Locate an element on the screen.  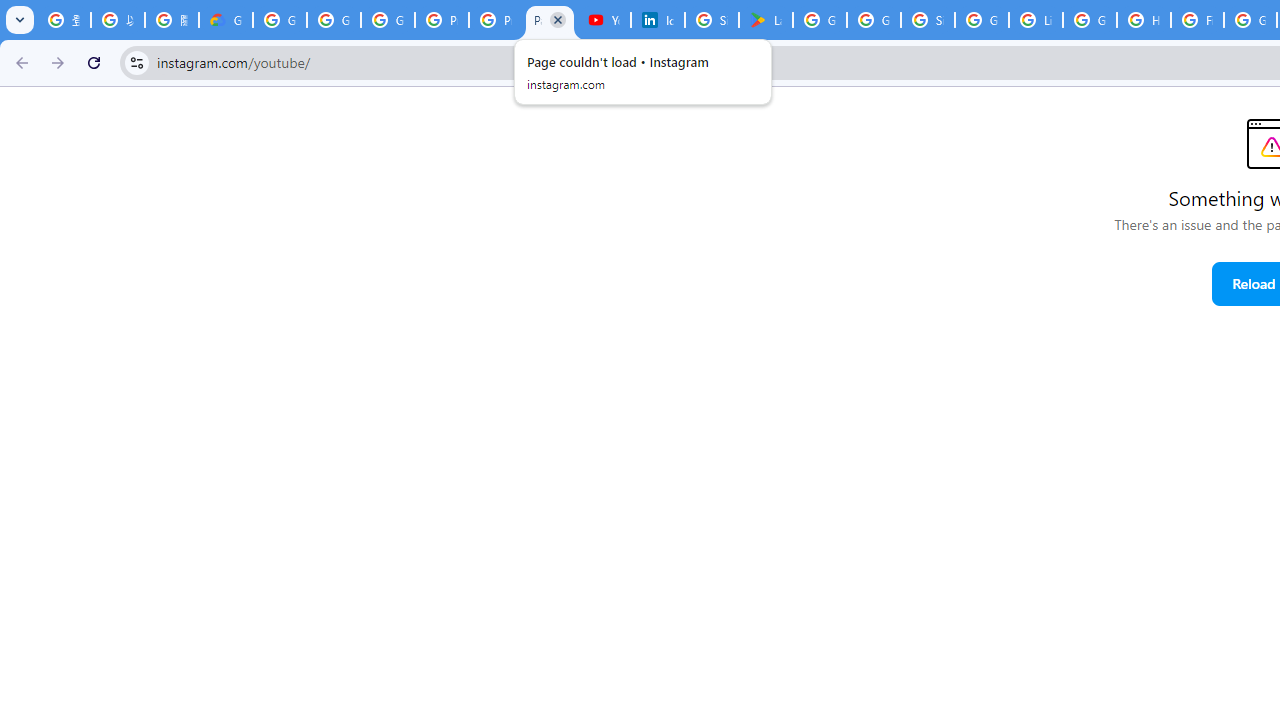
'Sign in - Google Accounts' is located at coordinates (927, 20).